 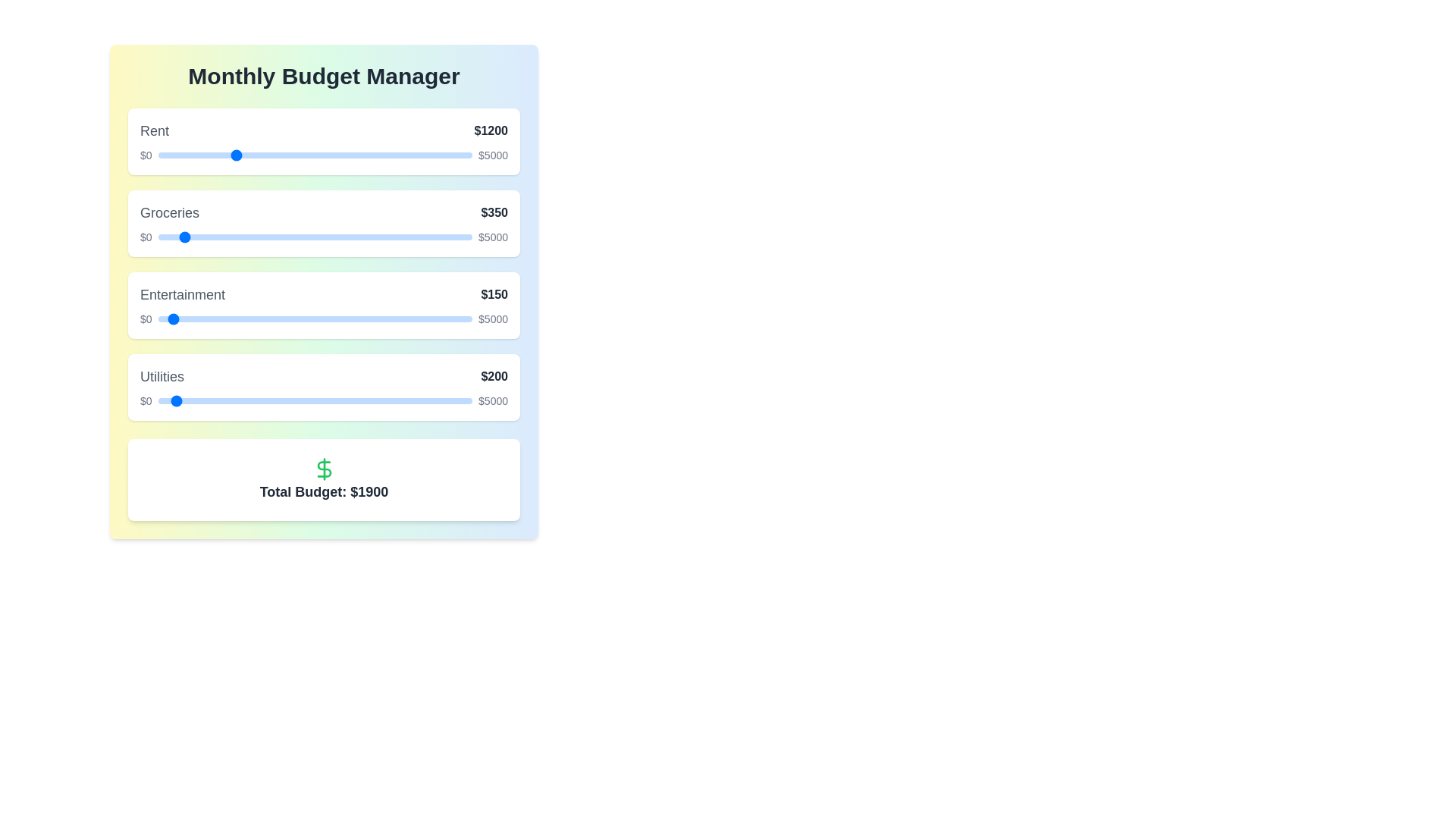 I want to click on rent budget, so click(x=398, y=155).